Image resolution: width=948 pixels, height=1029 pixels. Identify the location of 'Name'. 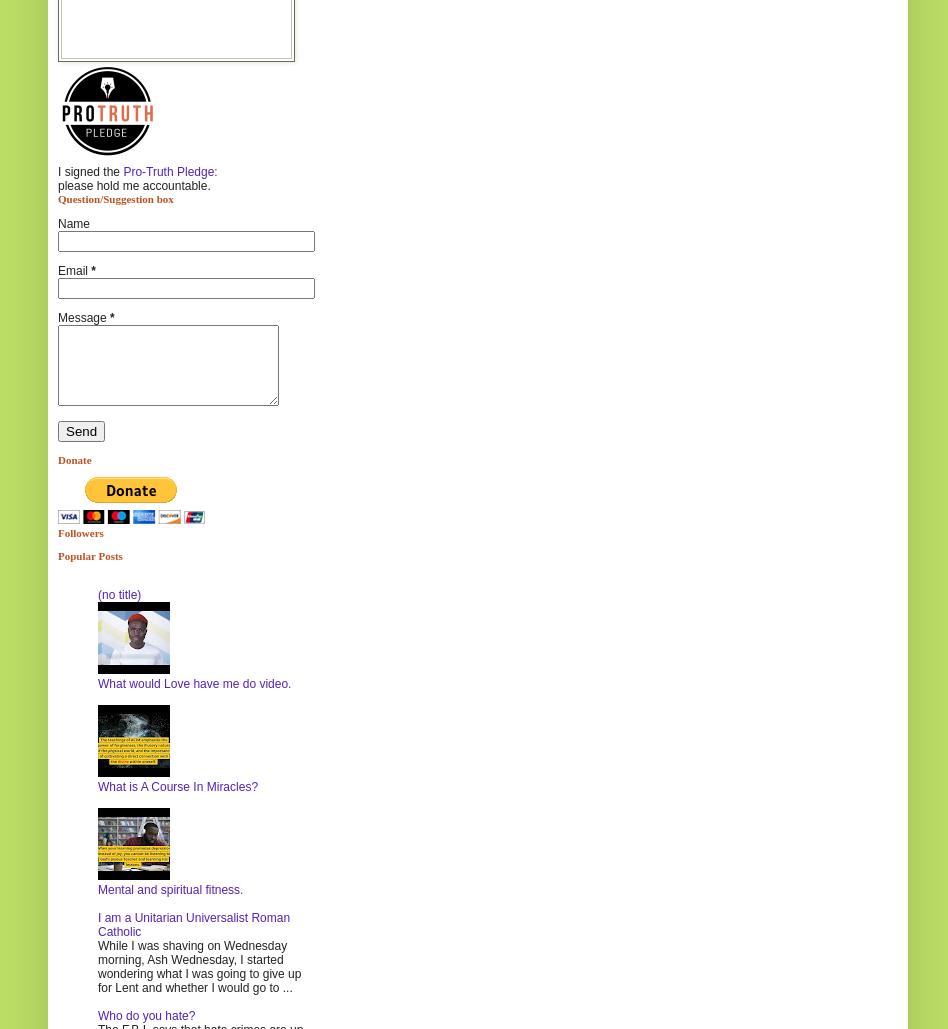
(58, 221).